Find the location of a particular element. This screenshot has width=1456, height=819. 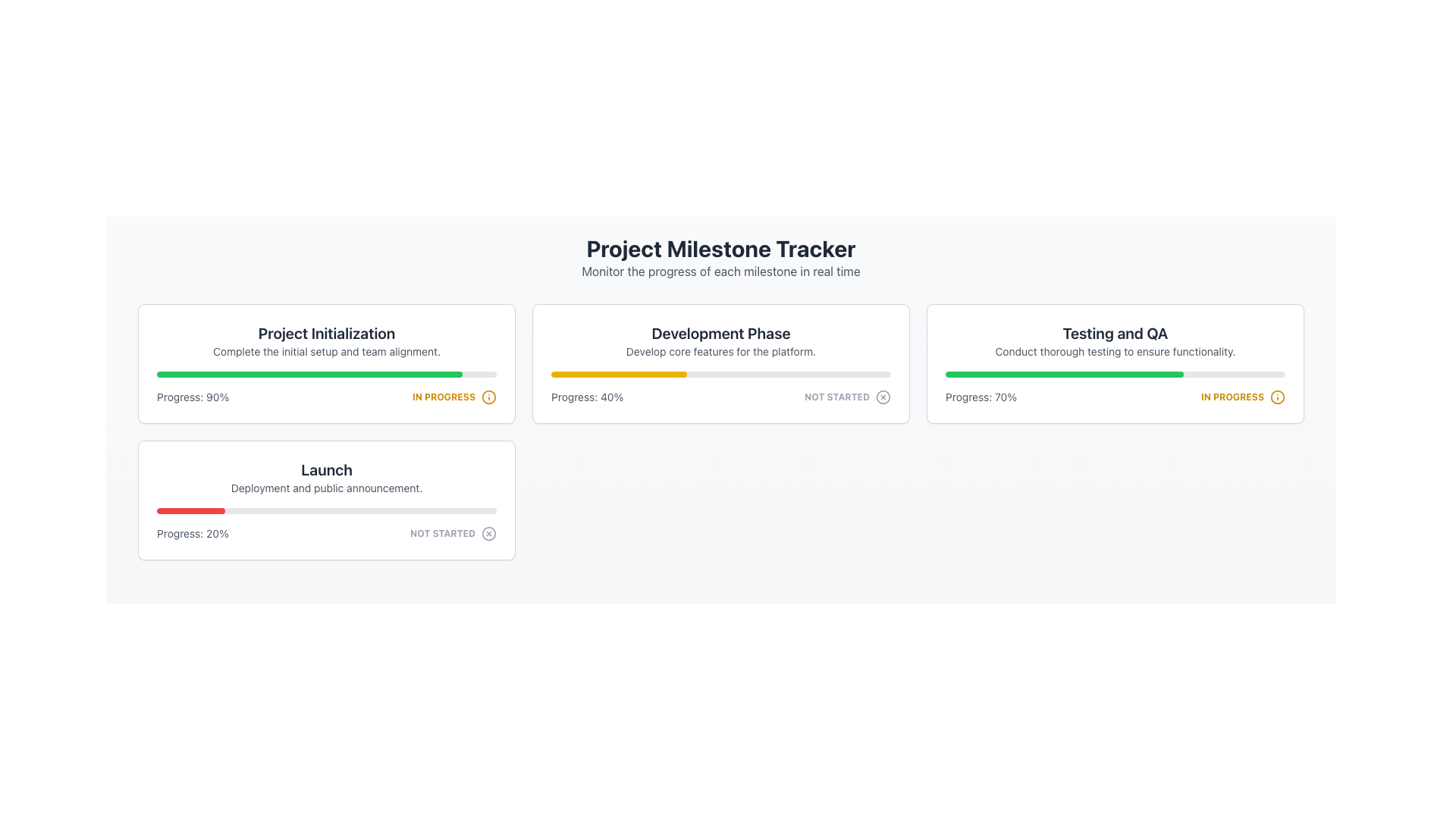

the 'IN PROGRESS' label element, which is styled in bold yellow uppercase letters and located within the 'Testing and QA' task progress box, positioned slightly above the center and to the left of the info icon is located at coordinates (443, 397).